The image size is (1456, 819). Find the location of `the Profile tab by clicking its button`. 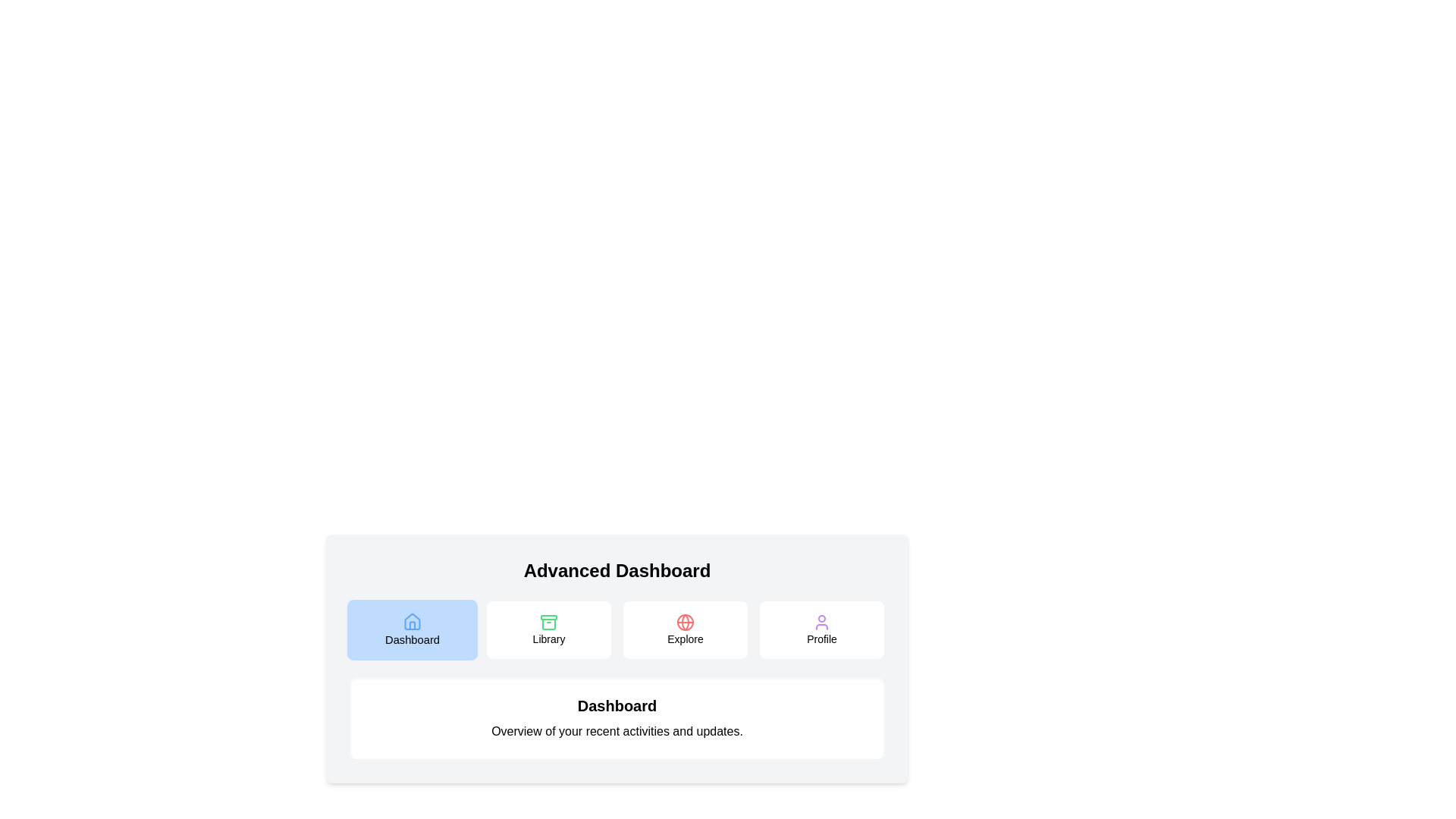

the Profile tab by clicking its button is located at coordinates (821, 629).